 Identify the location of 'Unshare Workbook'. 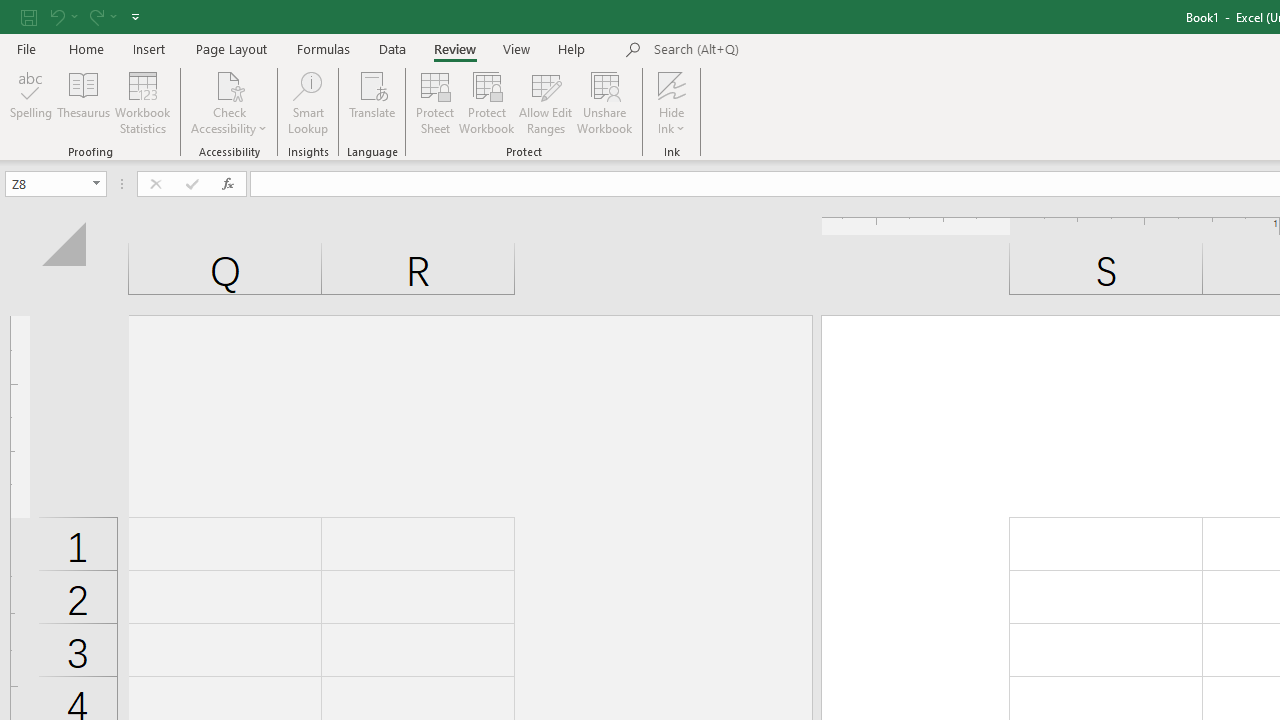
(603, 103).